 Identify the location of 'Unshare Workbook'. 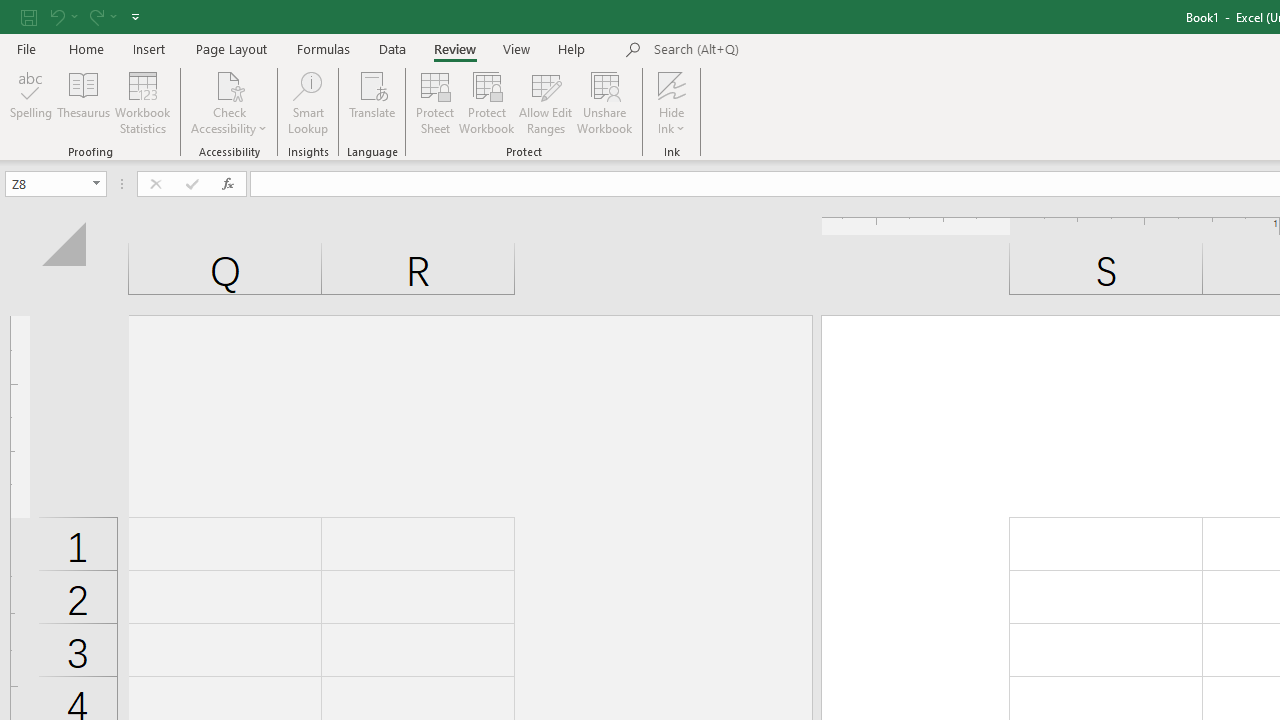
(603, 103).